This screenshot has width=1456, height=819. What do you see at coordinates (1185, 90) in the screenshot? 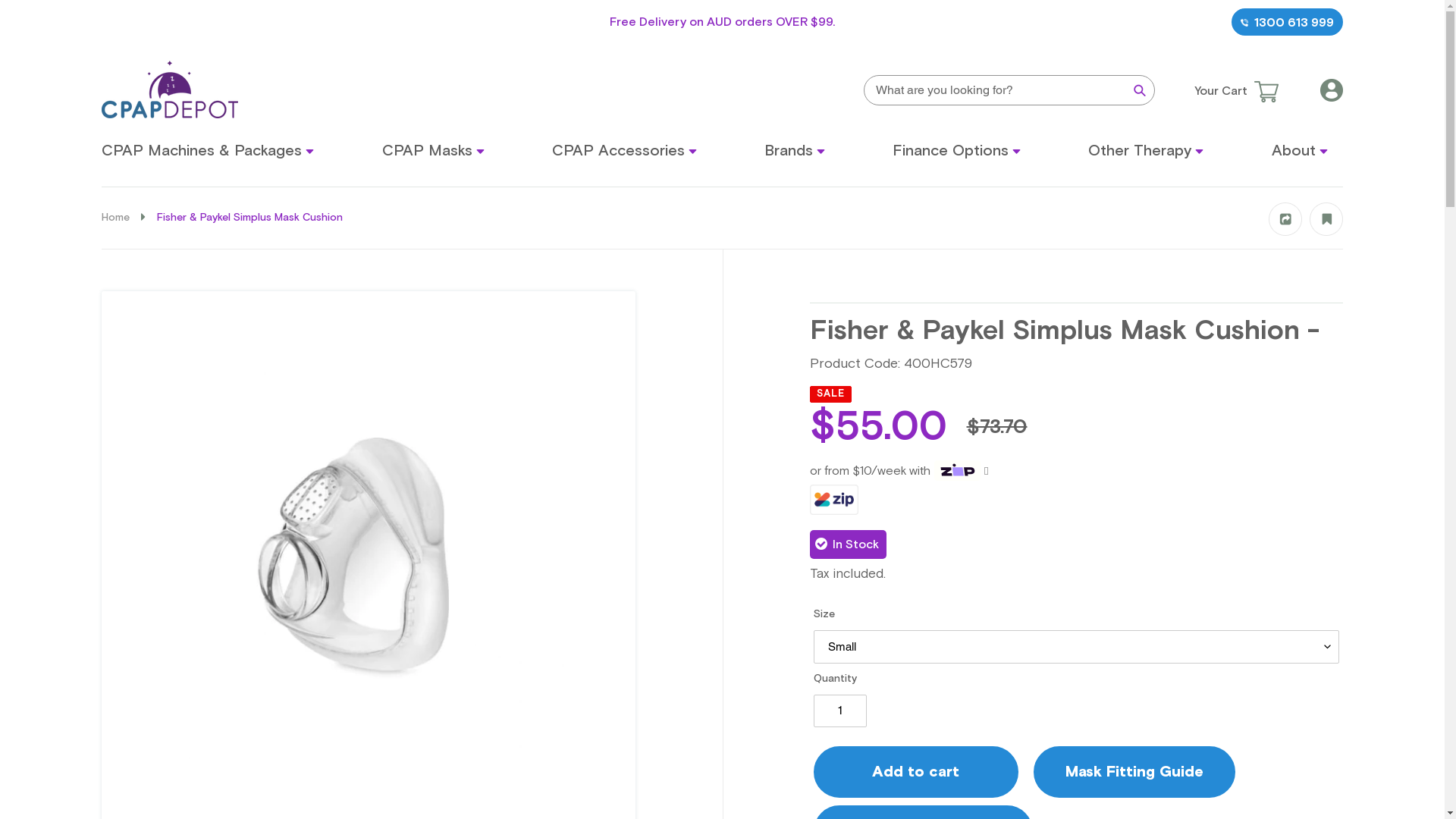
I see `'Your Cart'` at bounding box center [1185, 90].